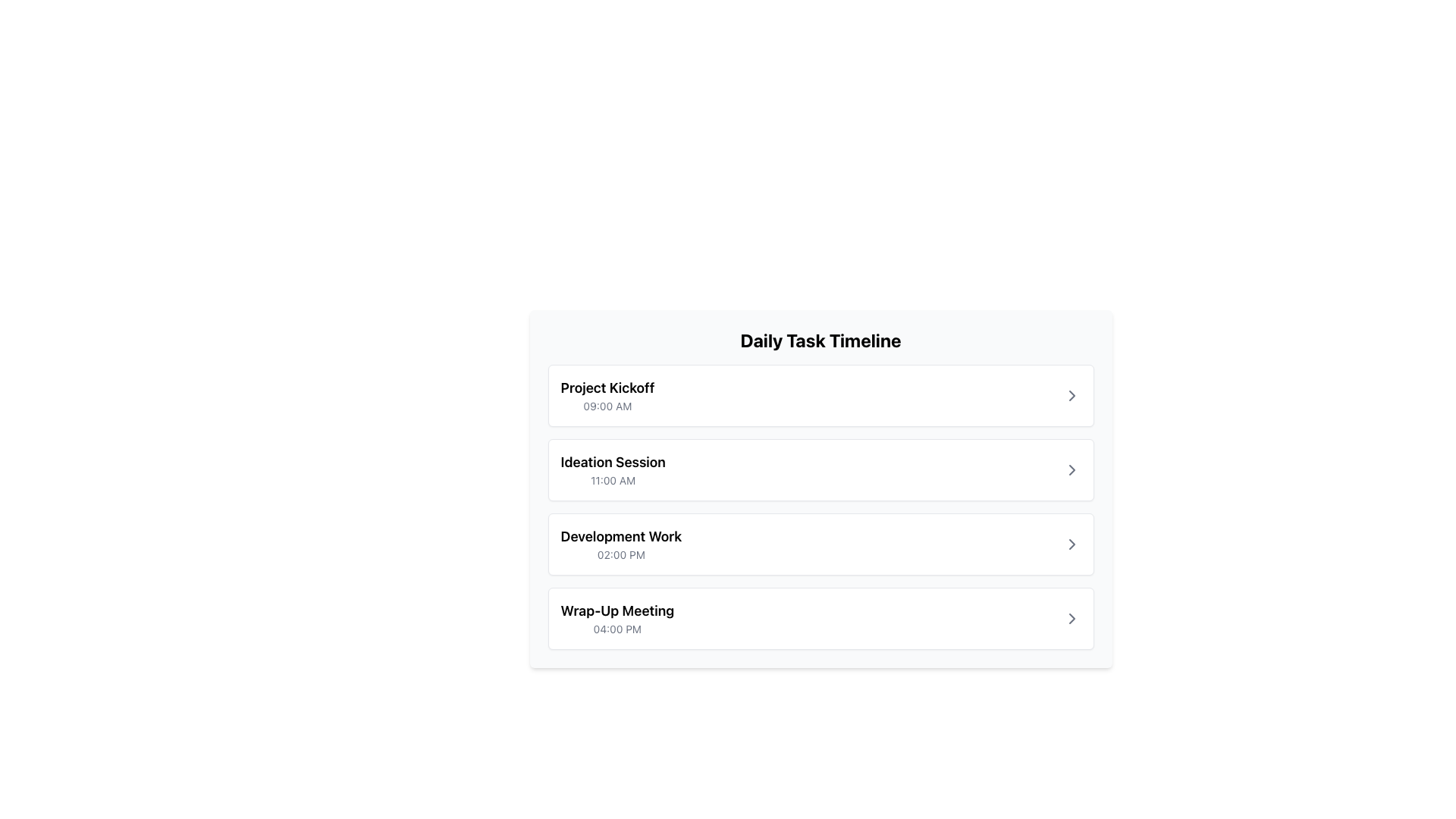 The image size is (1456, 819). Describe the element at coordinates (613, 469) in the screenshot. I see `the event details` at that location.